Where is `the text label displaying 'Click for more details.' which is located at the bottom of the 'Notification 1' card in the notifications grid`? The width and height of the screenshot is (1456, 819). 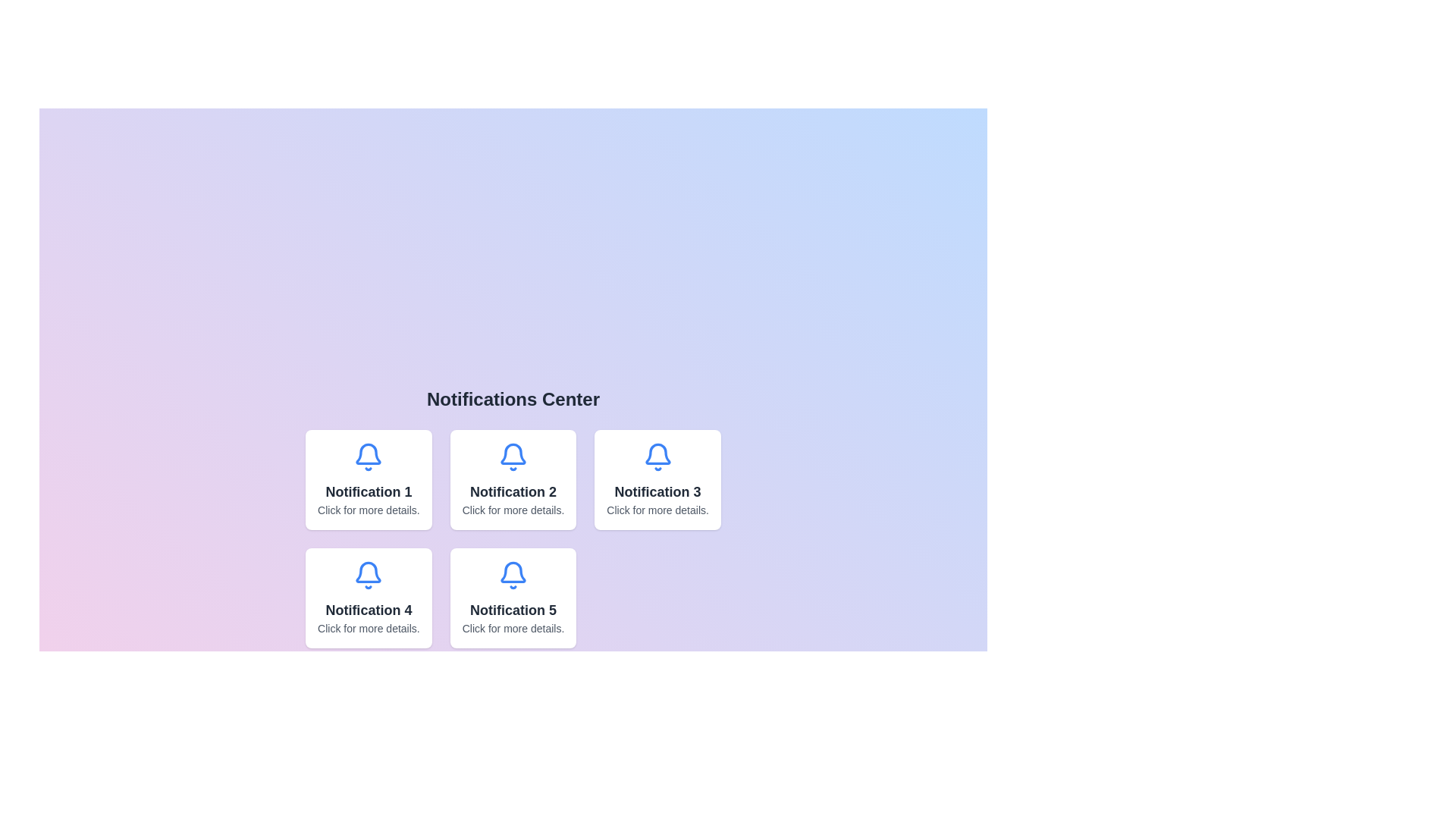
the text label displaying 'Click for more details.' which is located at the bottom of the 'Notification 1' card in the notifications grid is located at coordinates (369, 510).